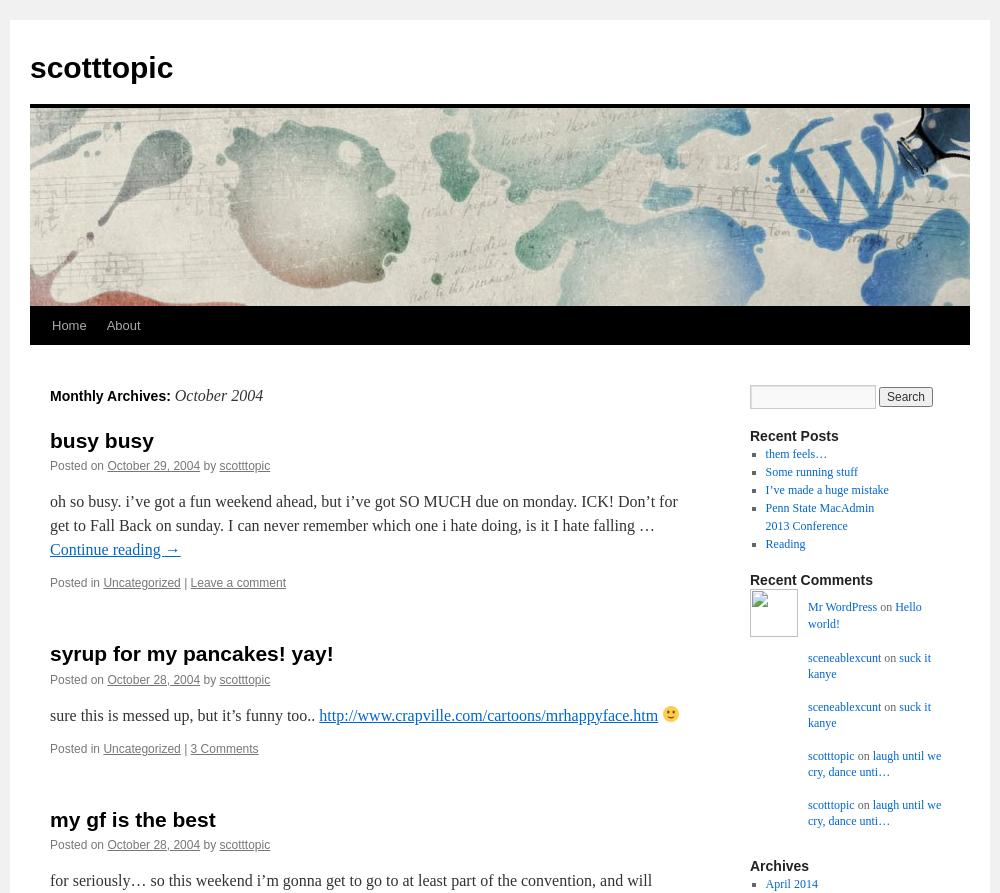 The image size is (1000, 893). I want to click on 'Leave a comment', so click(236, 582).